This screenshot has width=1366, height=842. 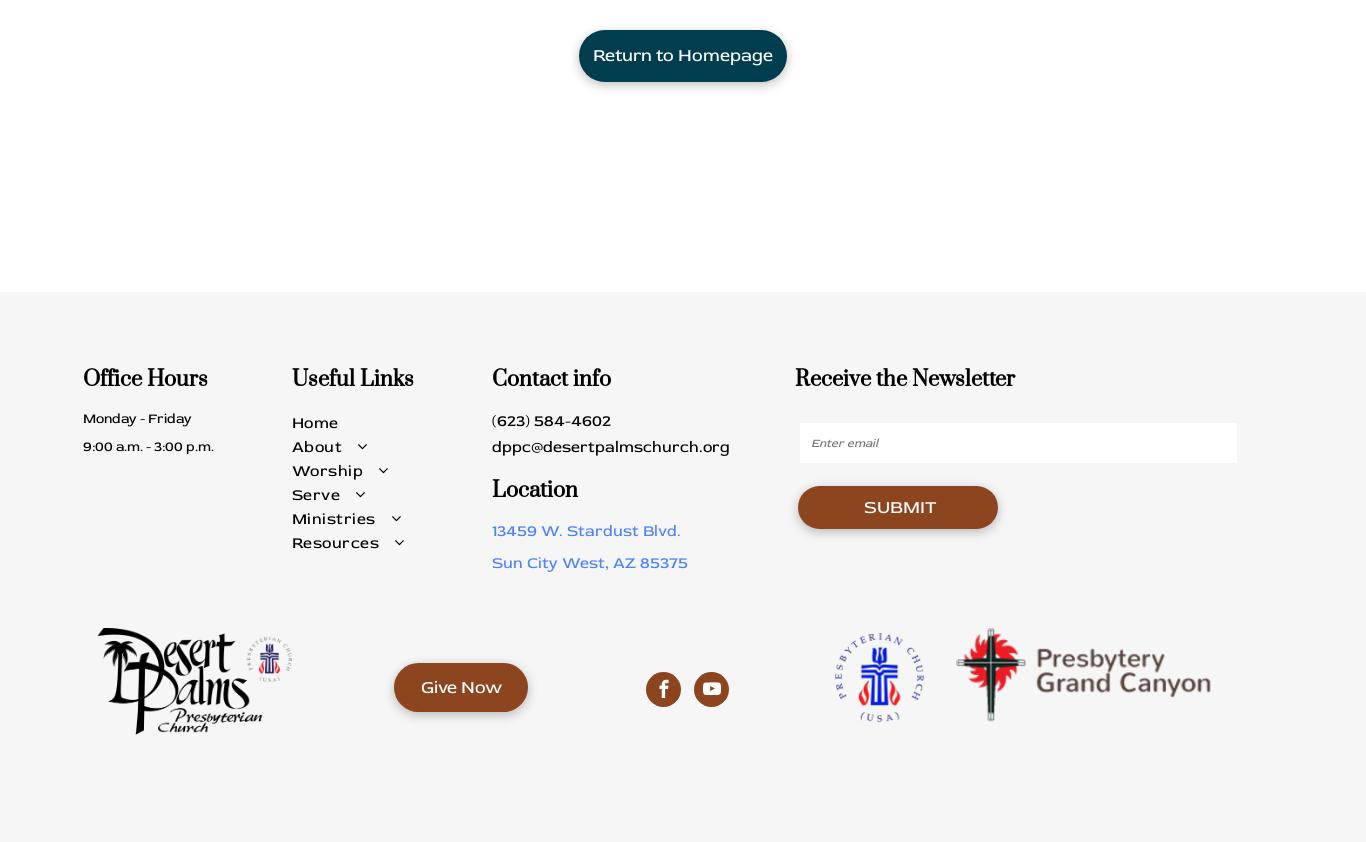 What do you see at coordinates (588, 561) in the screenshot?
I see `'Sun City West, AZ 85375'` at bounding box center [588, 561].